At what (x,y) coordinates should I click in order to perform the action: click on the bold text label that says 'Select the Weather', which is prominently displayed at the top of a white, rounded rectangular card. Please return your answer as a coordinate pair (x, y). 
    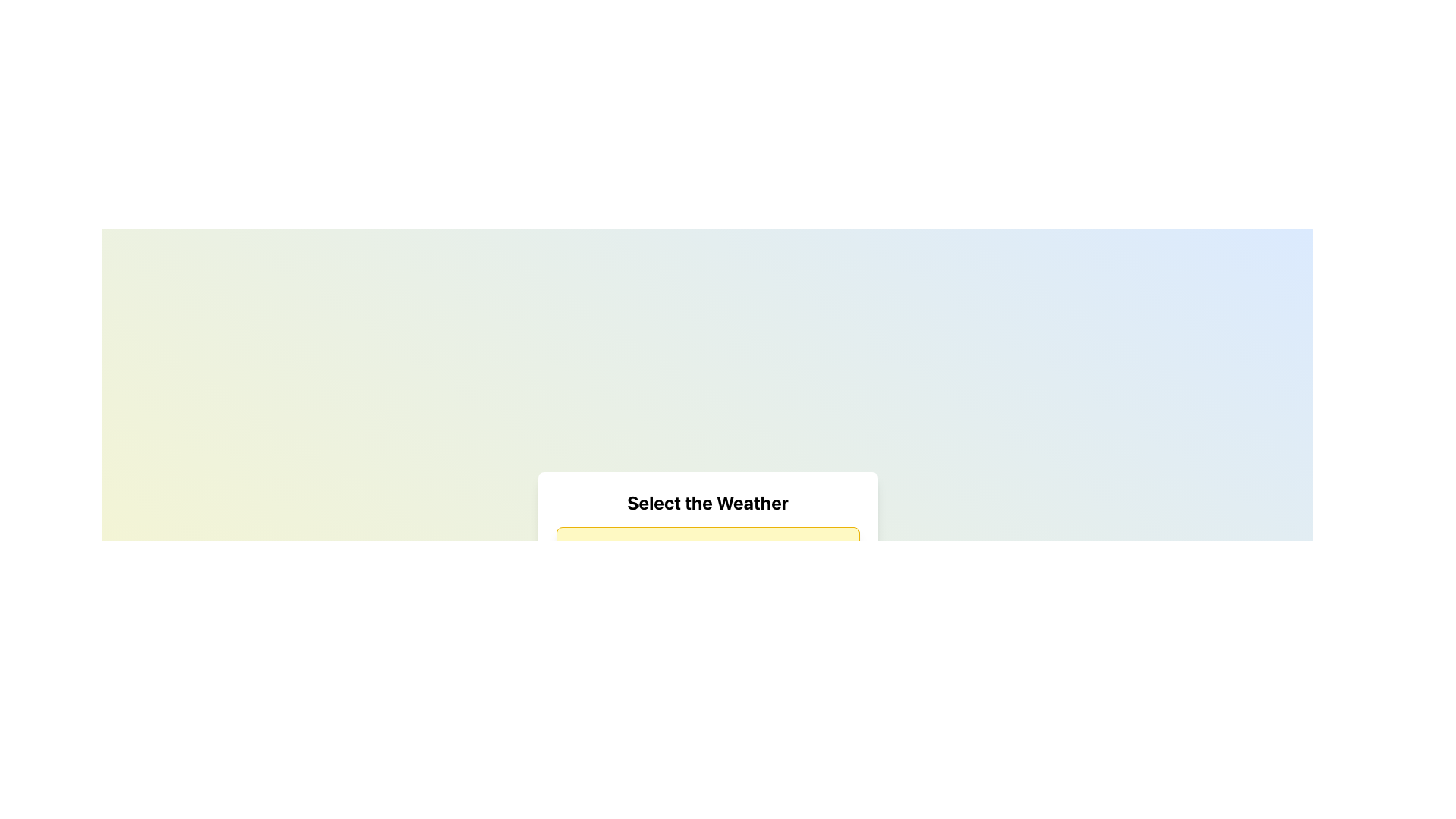
    Looking at the image, I should click on (707, 503).